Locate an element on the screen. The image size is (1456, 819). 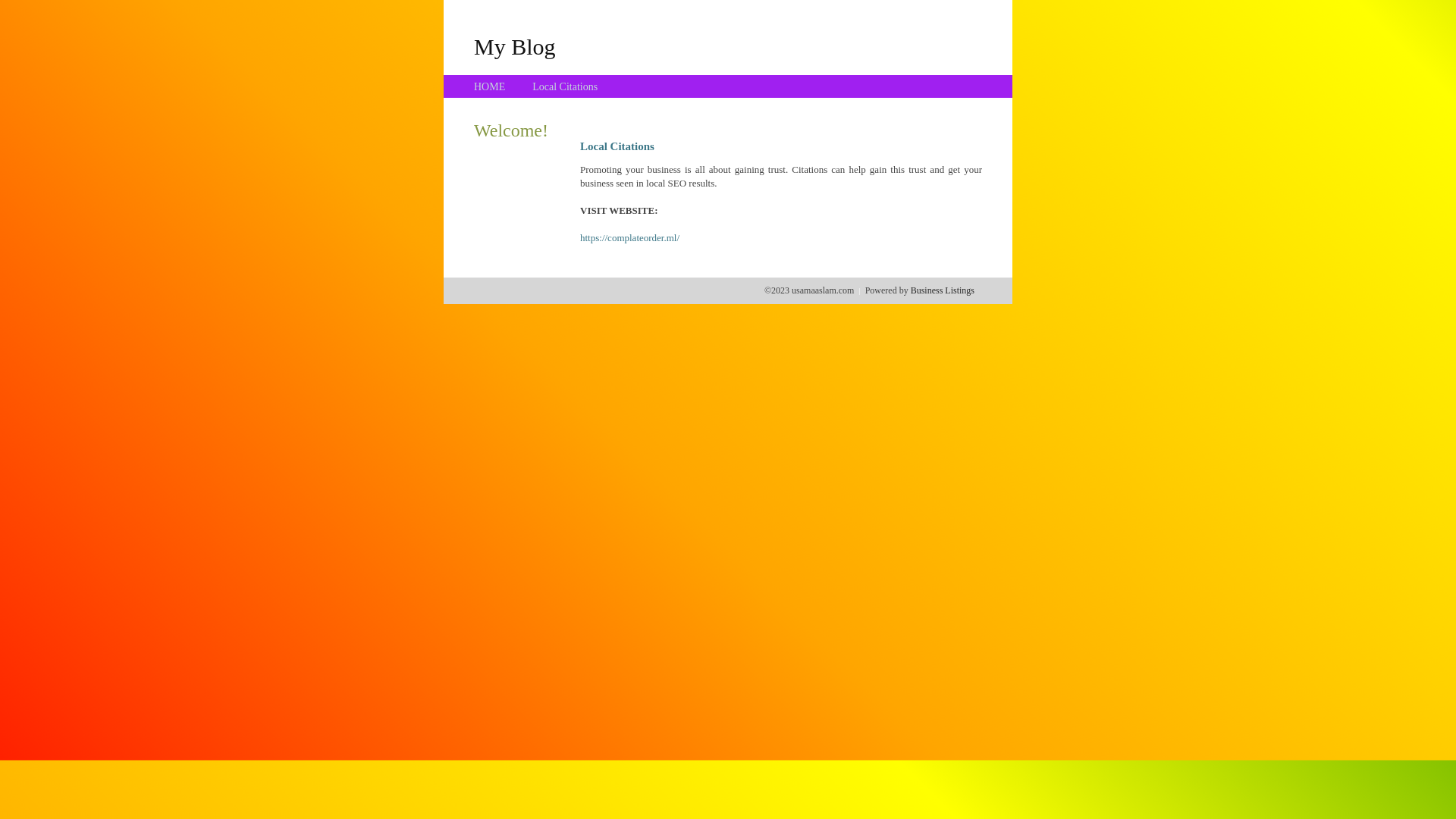
'https://complateorder.ml/' is located at coordinates (629, 237).